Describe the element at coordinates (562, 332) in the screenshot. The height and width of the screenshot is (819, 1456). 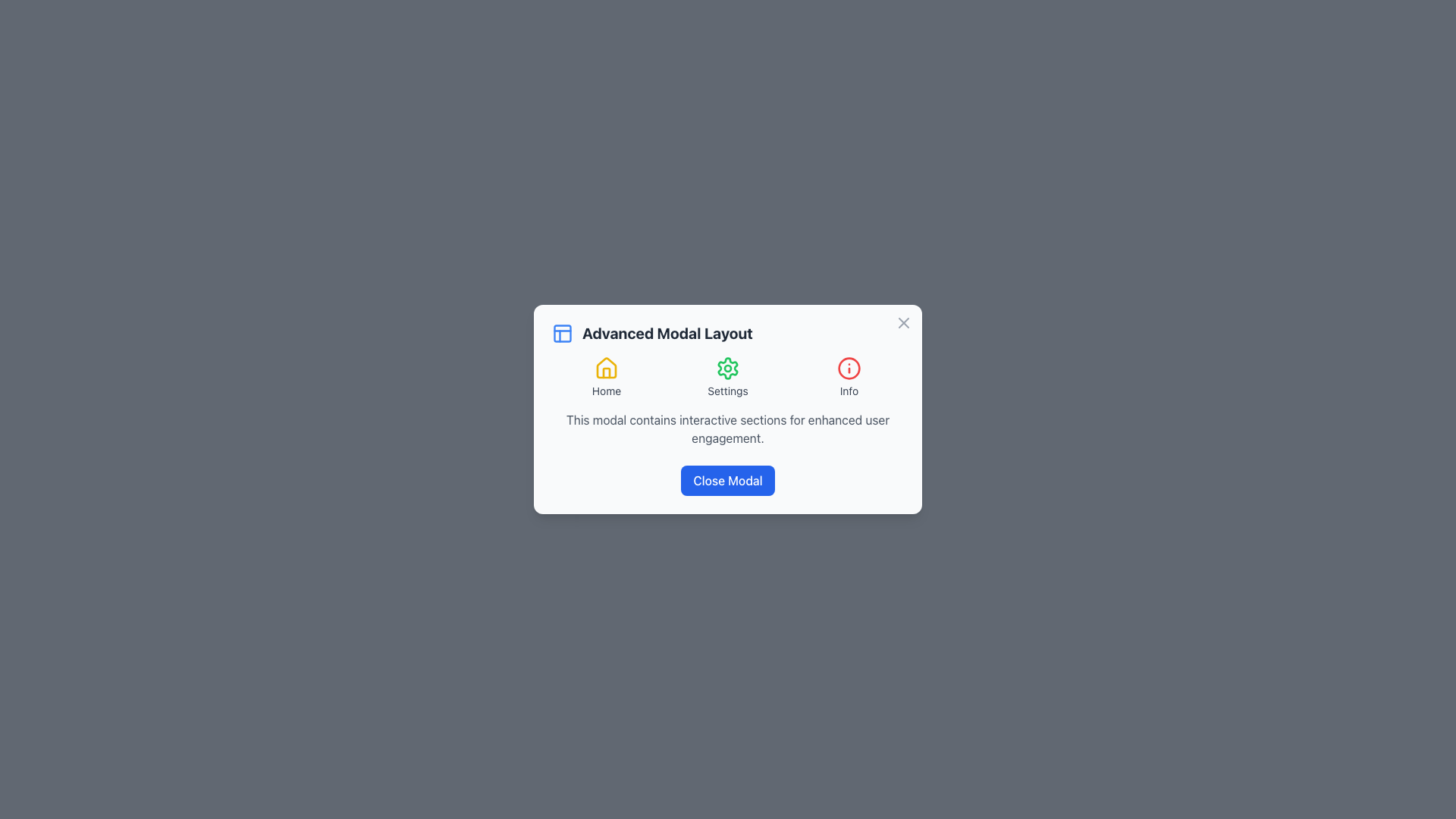
I see `the decorative icon located at the upper left corner of the modal, preceding the text 'Advanced Modal Layout.'` at that location.